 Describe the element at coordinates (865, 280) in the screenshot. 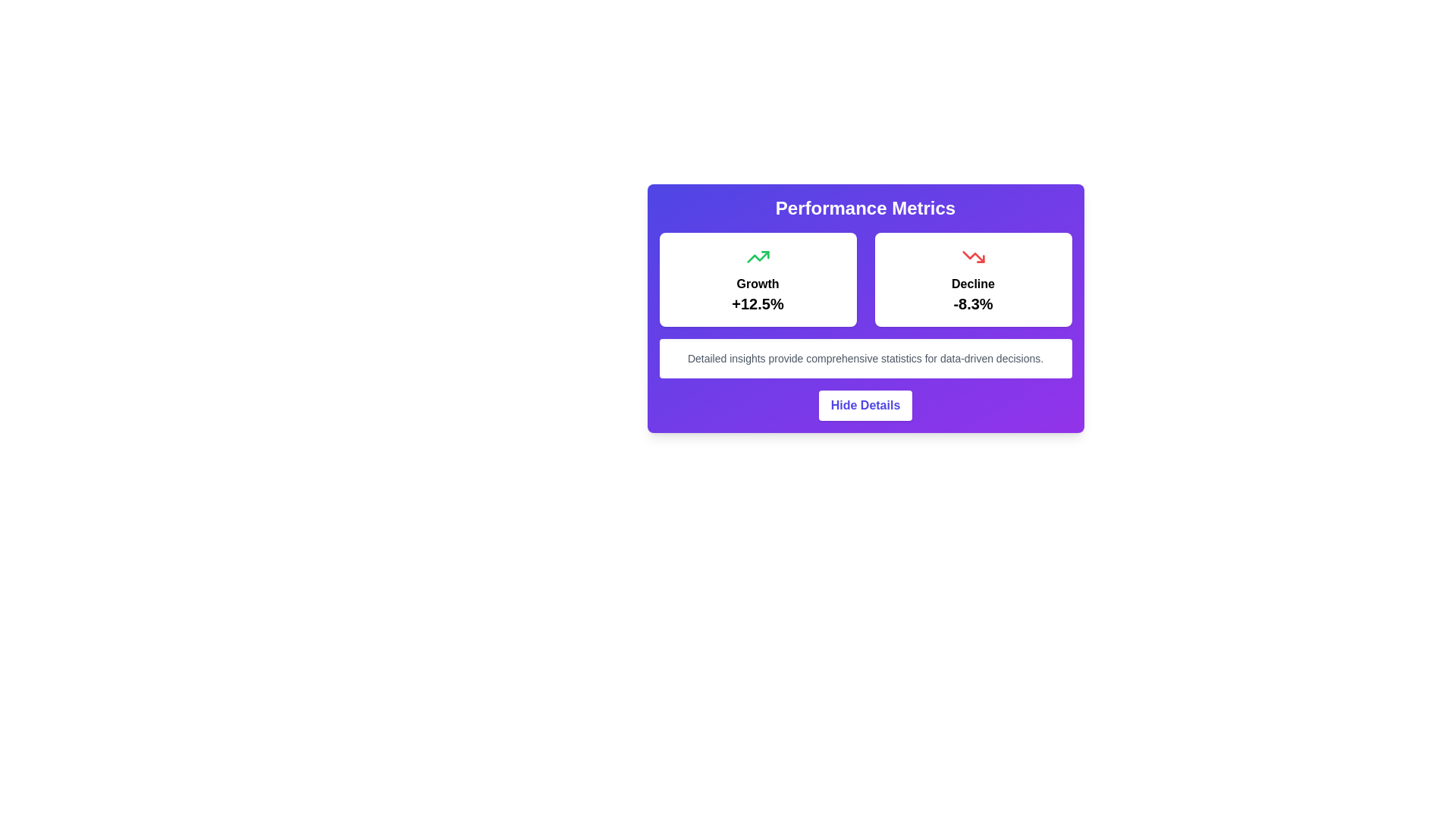

I see `the Grid layout containing informational blocks that displays growth and decline statistics` at that location.